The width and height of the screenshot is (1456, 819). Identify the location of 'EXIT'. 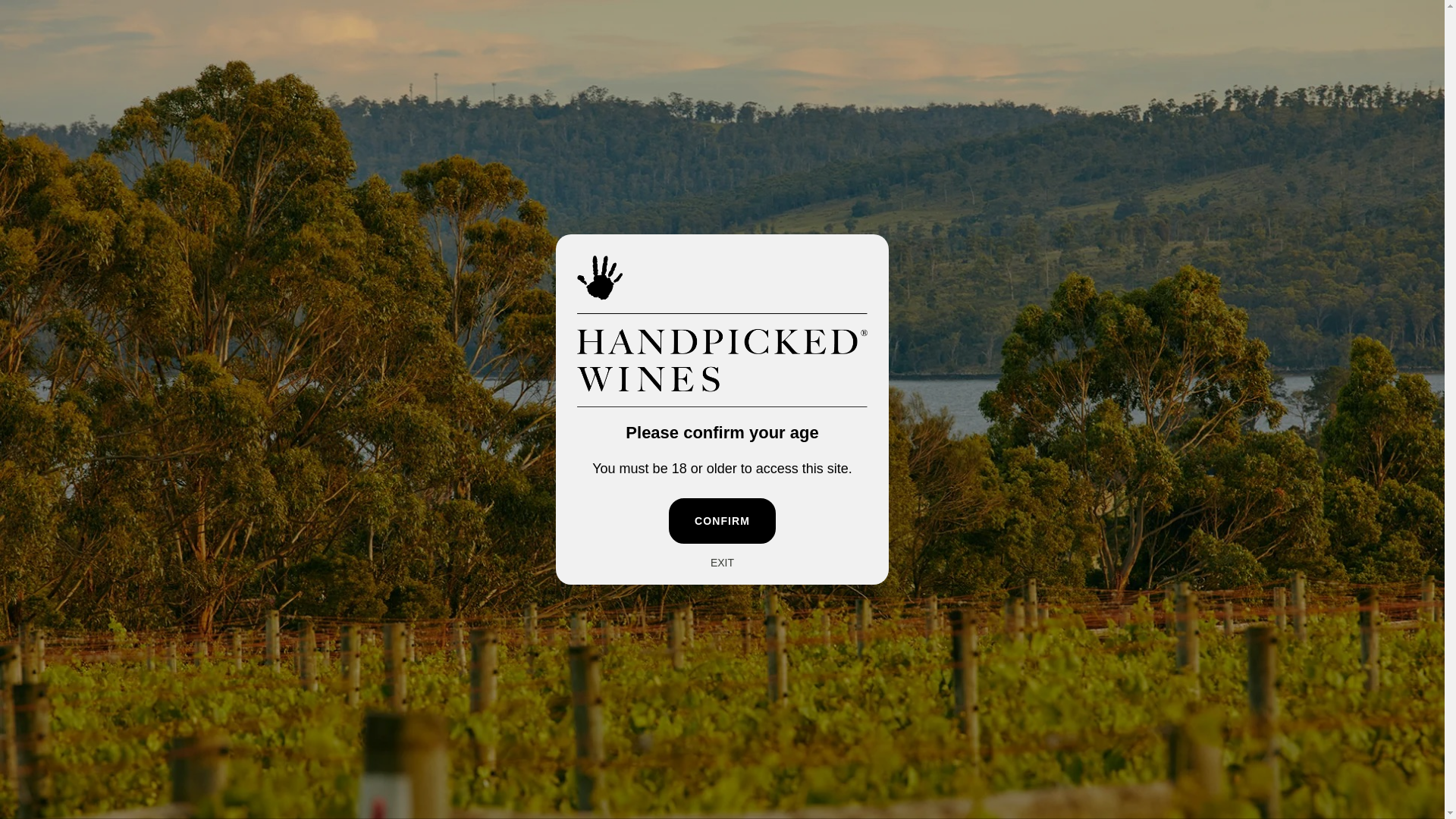
(721, 562).